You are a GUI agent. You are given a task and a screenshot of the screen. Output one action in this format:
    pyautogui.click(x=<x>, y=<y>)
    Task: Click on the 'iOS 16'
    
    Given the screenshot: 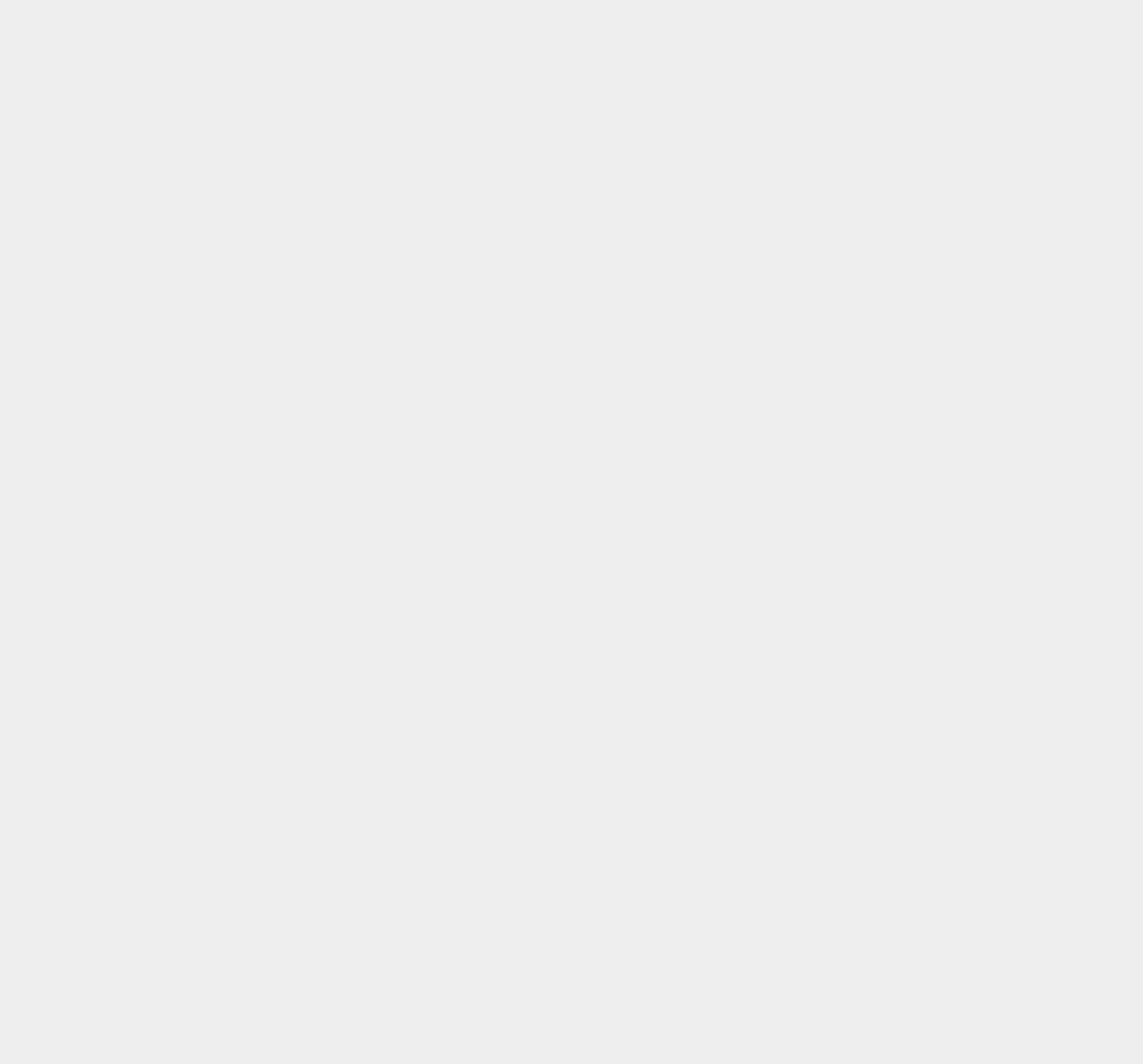 What is the action you would take?
    pyautogui.click(x=826, y=653)
    